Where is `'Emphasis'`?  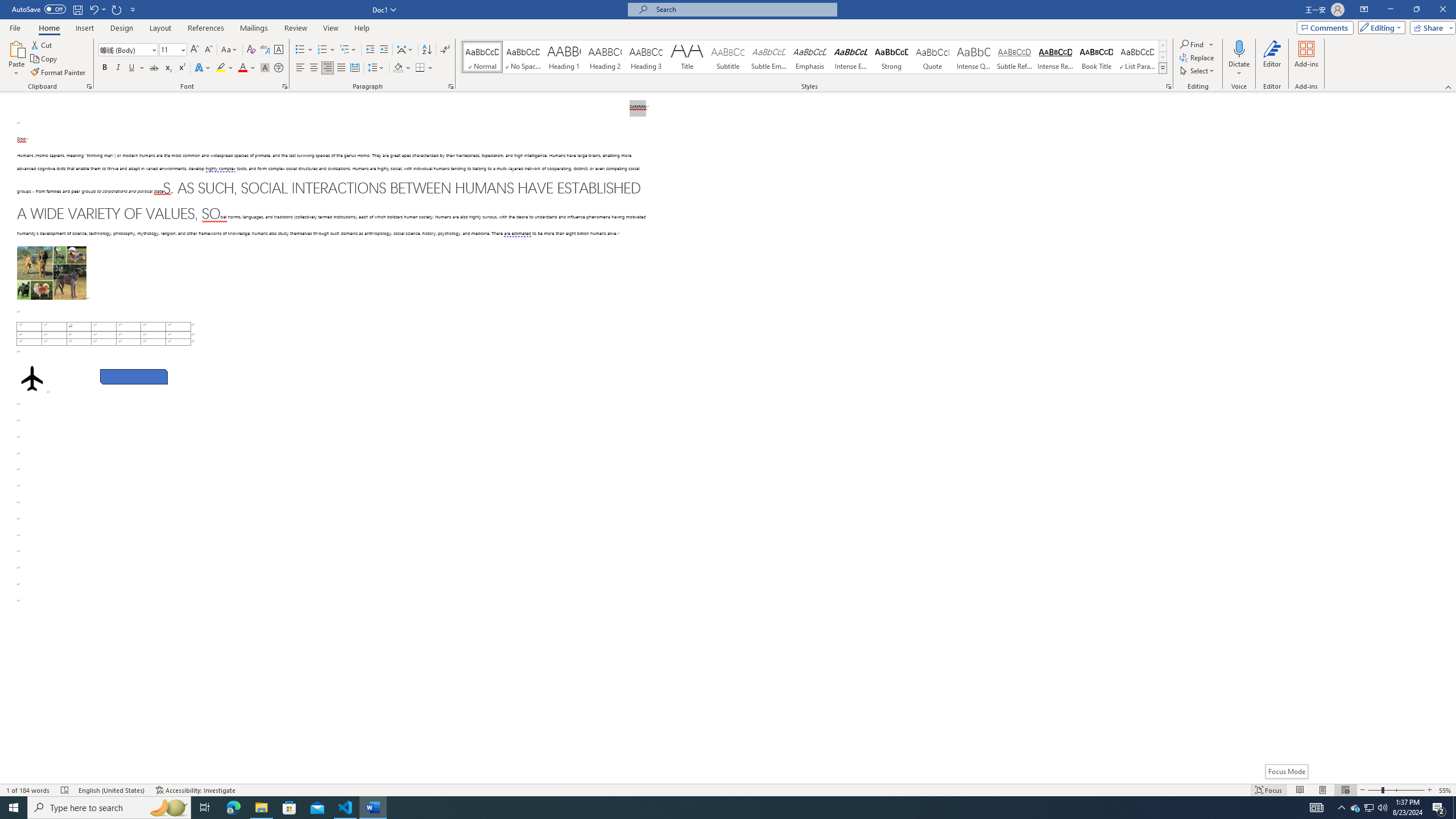 'Emphasis' is located at coordinates (809, 56).